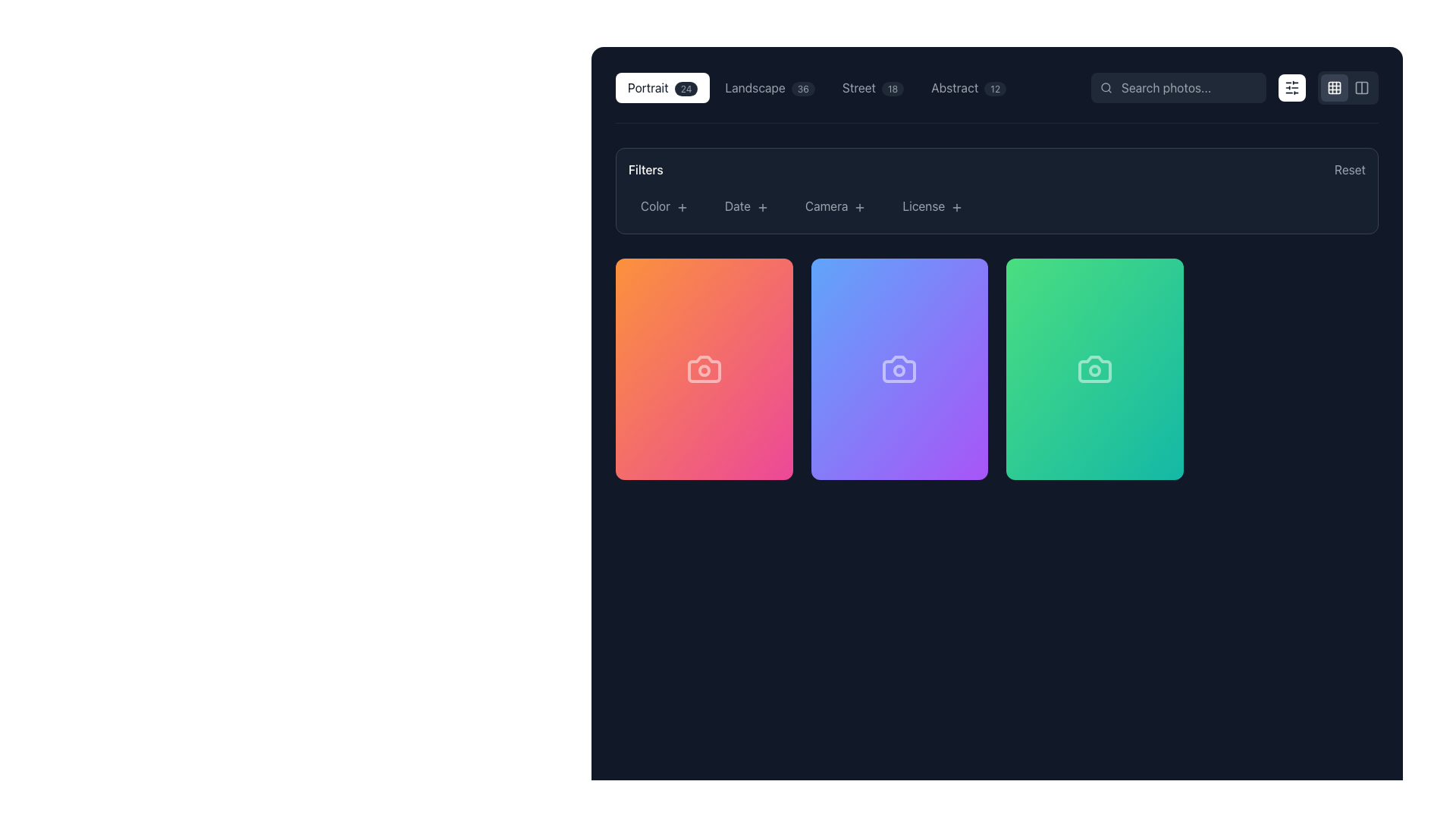 Image resolution: width=1456 pixels, height=819 pixels. Describe the element at coordinates (1178, 87) in the screenshot. I see `the search input field with a magnifying glass icon and placeholder text 'Search photos...' to focus it` at that location.